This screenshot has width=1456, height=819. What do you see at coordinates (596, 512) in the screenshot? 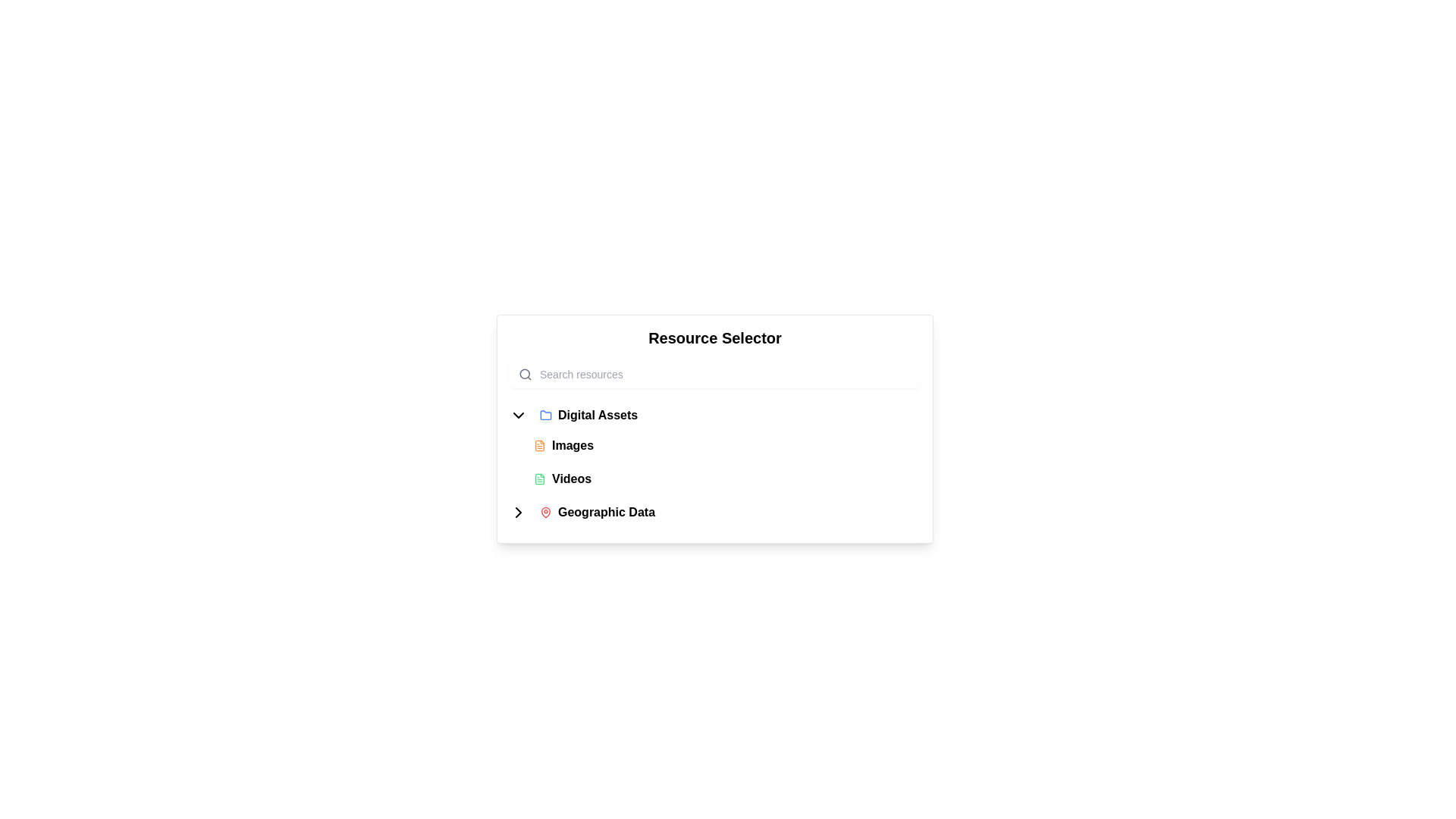
I see `the 'Geographic Data' button` at bounding box center [596, 512].